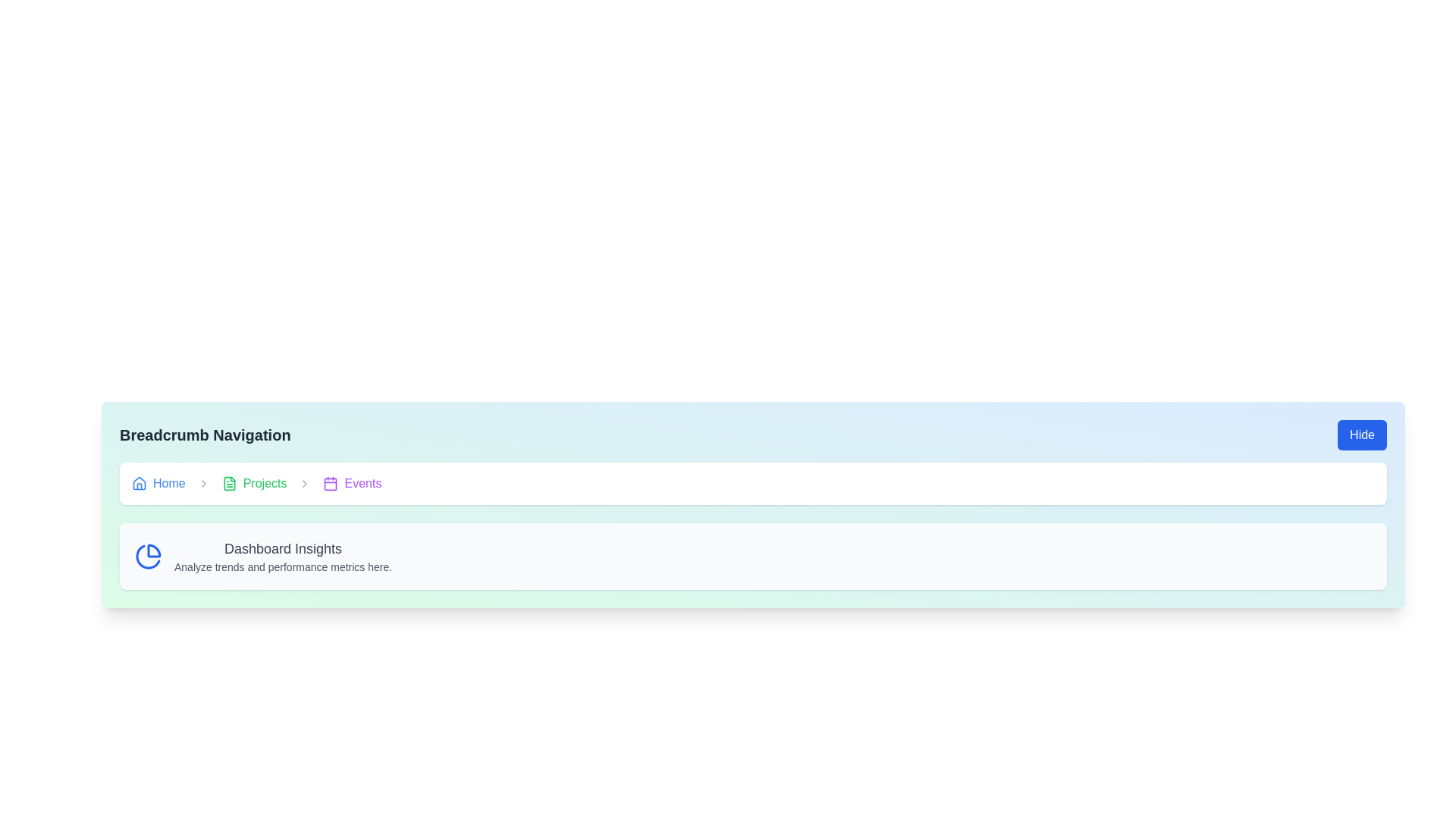  Describe the element at coordinates (352, 483) in the screenshot. I see `the link in the breadcrumb navigation bar that redirects to the 'Events' section of the application` at that location.